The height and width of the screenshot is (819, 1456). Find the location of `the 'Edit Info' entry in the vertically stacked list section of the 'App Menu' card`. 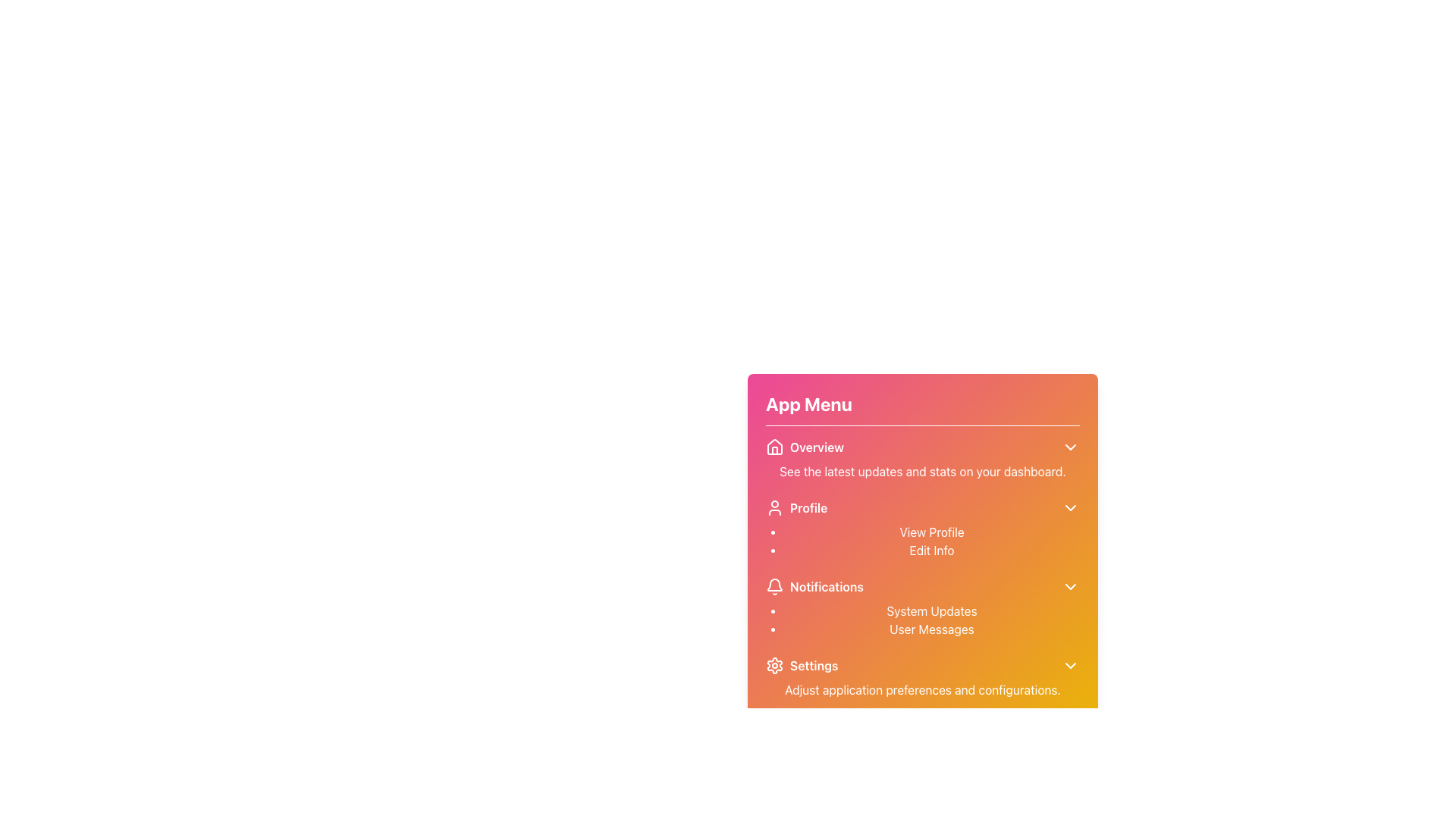

the 'Edit Info' entry in the vertically stacked list section of the 'App Menu' card is located at coordinates (922, 562).